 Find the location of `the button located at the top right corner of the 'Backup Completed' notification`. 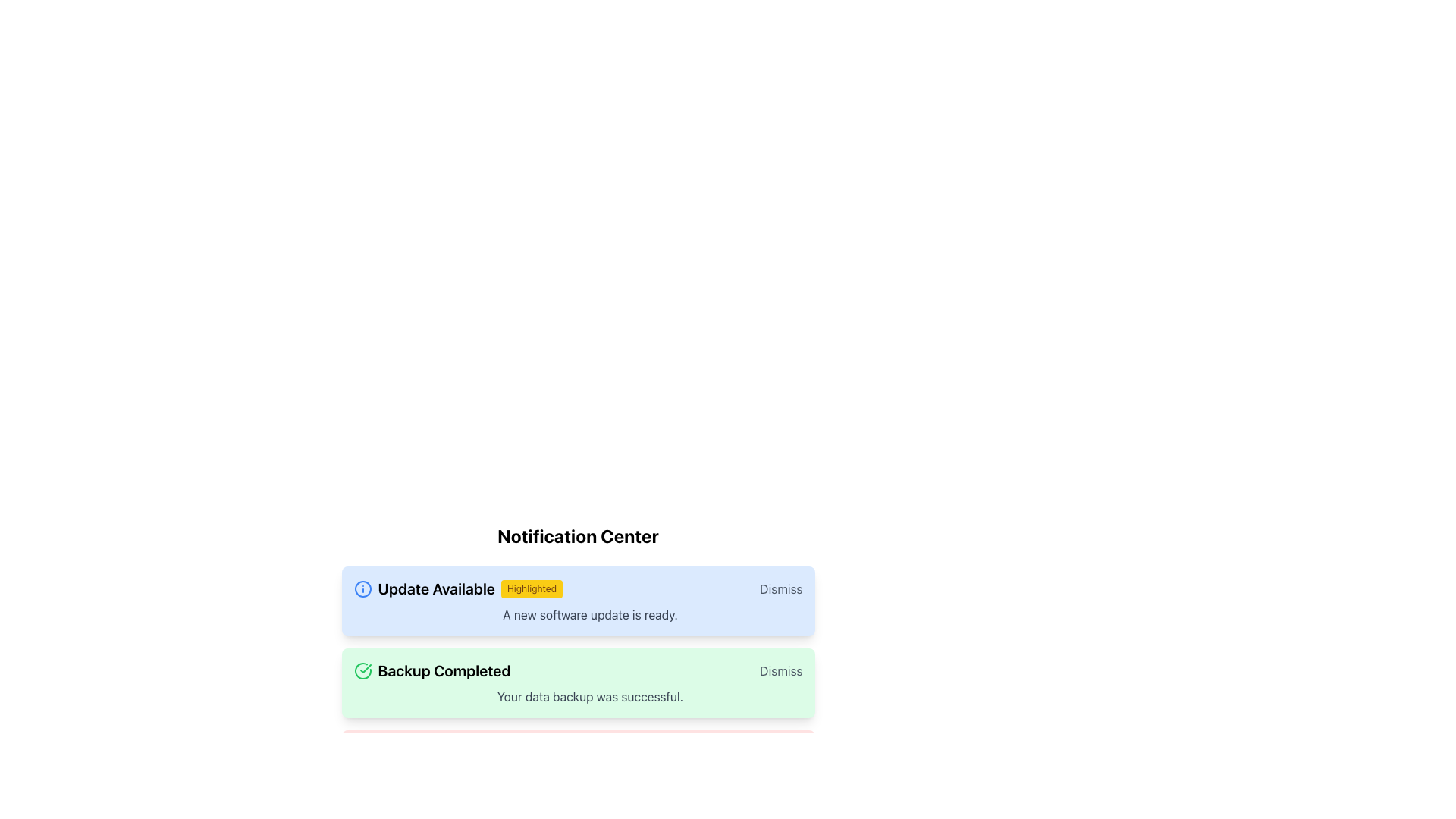

the button located at the top right corner of the 'Backup Completed' notification is located at coordinates (781, 670).